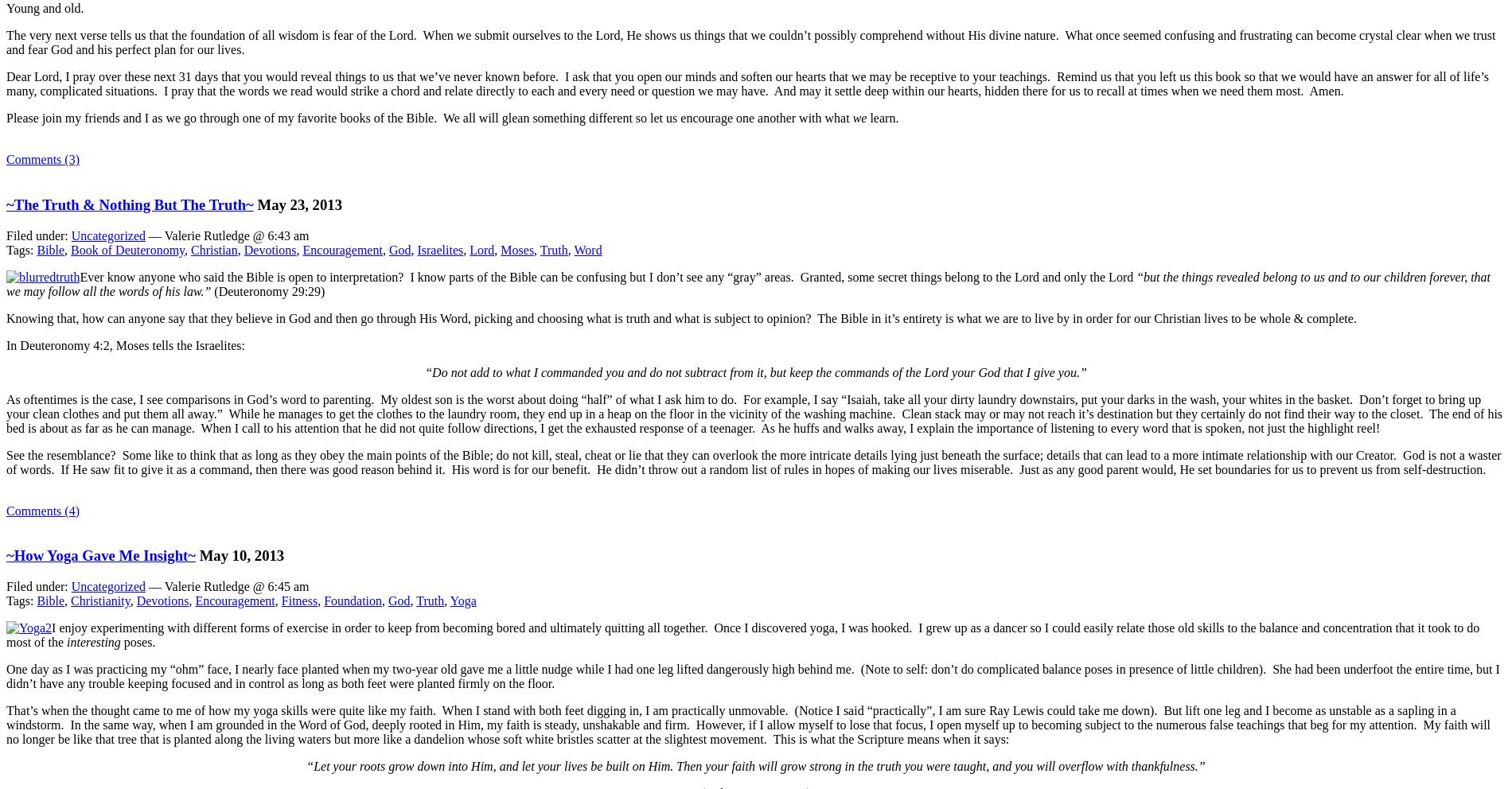 This screenshot has width=1512, height=789. Describe the element at coordinates (226, 586) in the screenshot. I see `'— Valerie Rutledge @ 6:45 am'` at that location.